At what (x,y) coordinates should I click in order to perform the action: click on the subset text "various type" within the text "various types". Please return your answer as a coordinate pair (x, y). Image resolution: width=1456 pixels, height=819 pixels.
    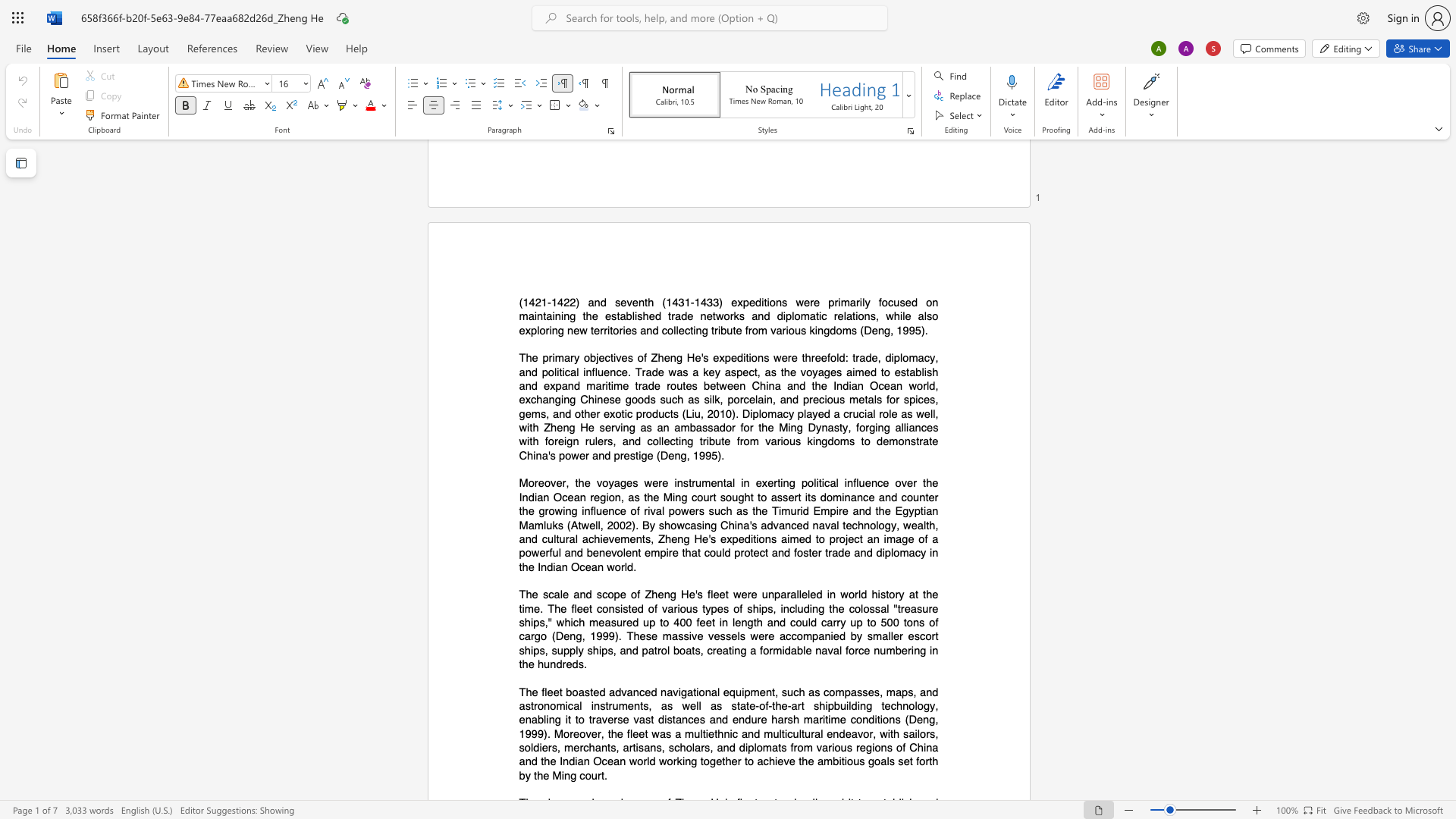
    Looking at the image, I should click on (662, 607).